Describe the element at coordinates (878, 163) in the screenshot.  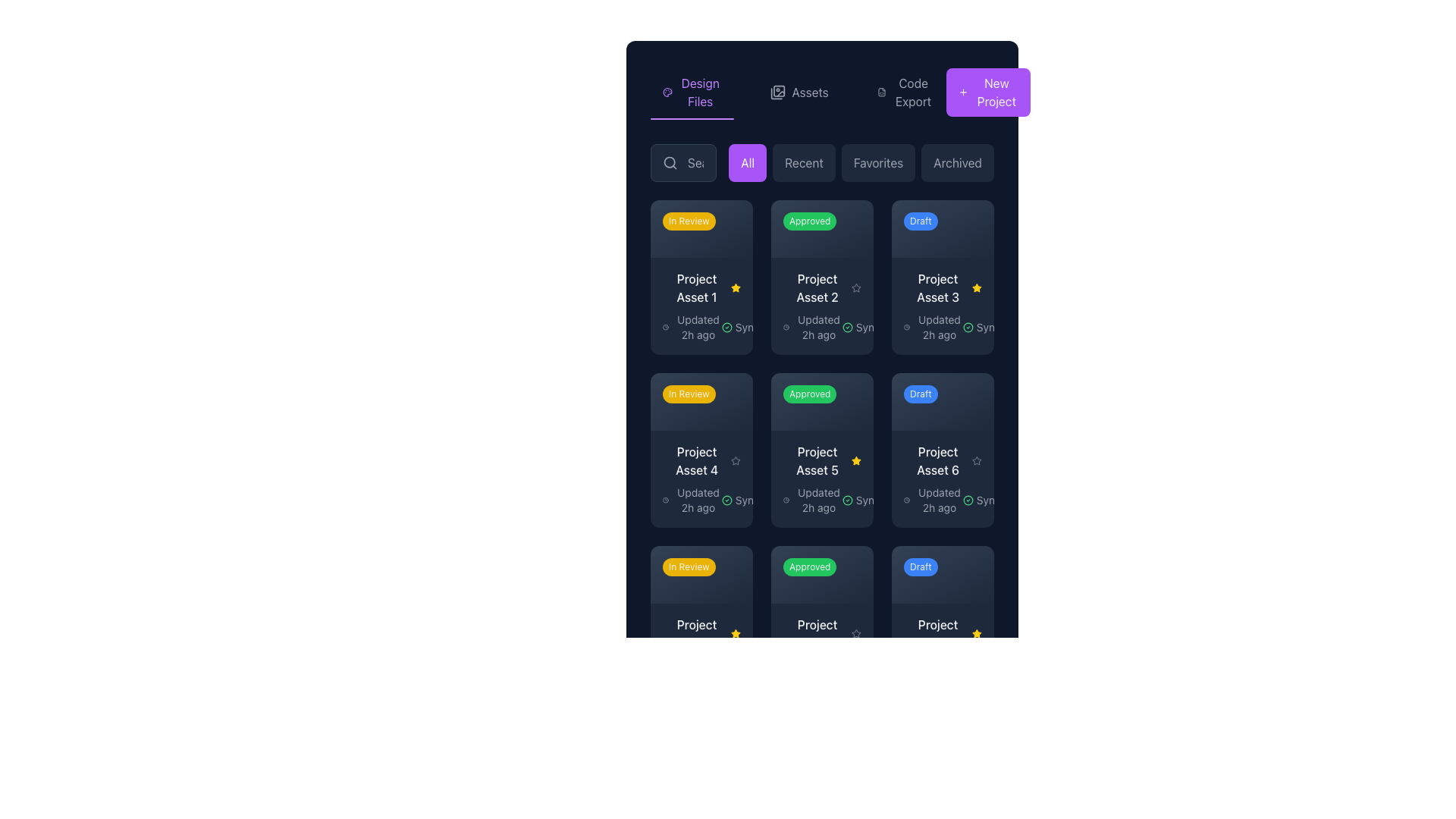
I see `the 'Favorites' button, which is the third button in a row of four with a dark gray background and light gray text` at that location.